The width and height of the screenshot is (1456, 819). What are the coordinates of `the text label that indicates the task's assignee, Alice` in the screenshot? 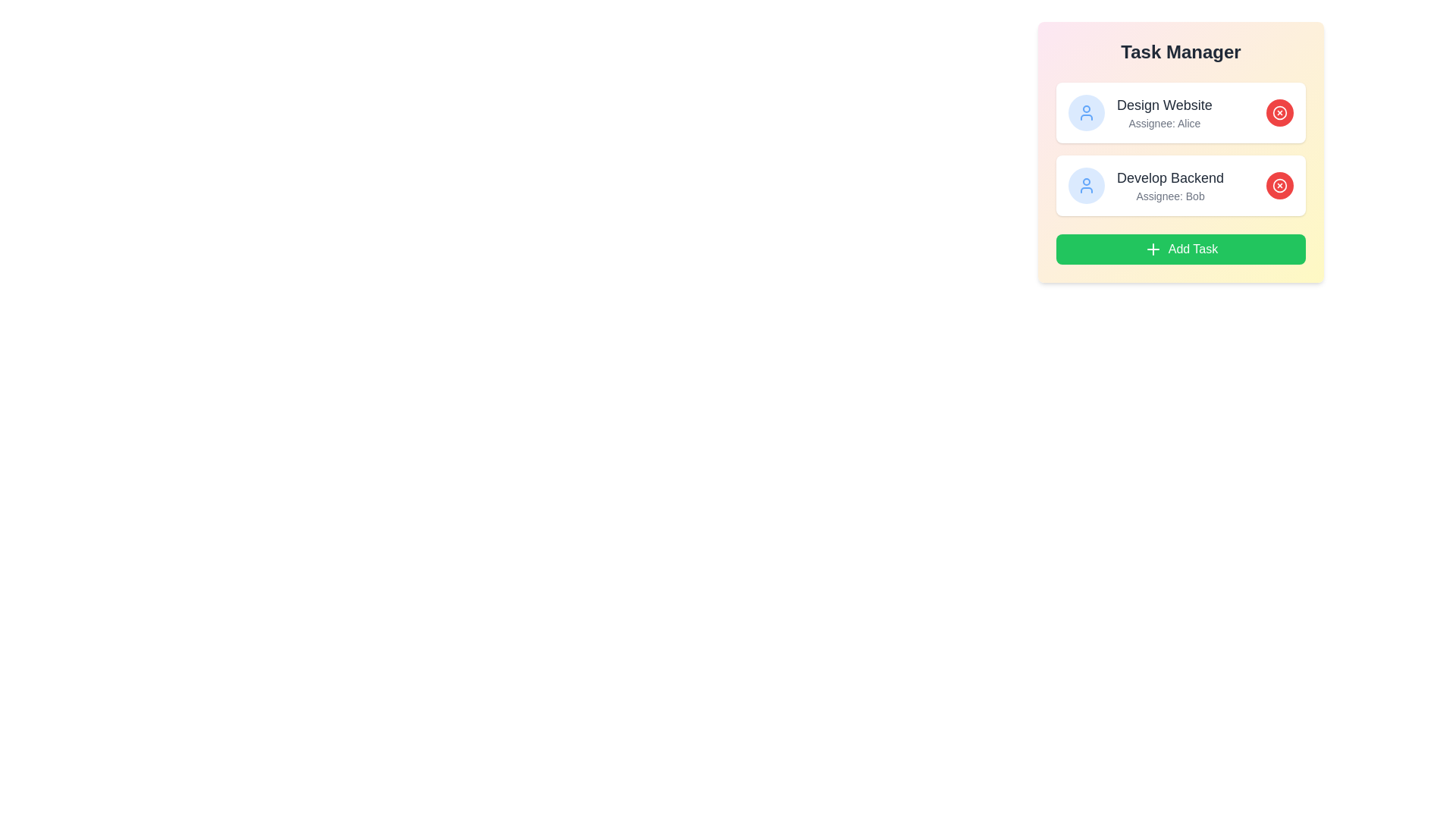 It's located at (1163, 122).